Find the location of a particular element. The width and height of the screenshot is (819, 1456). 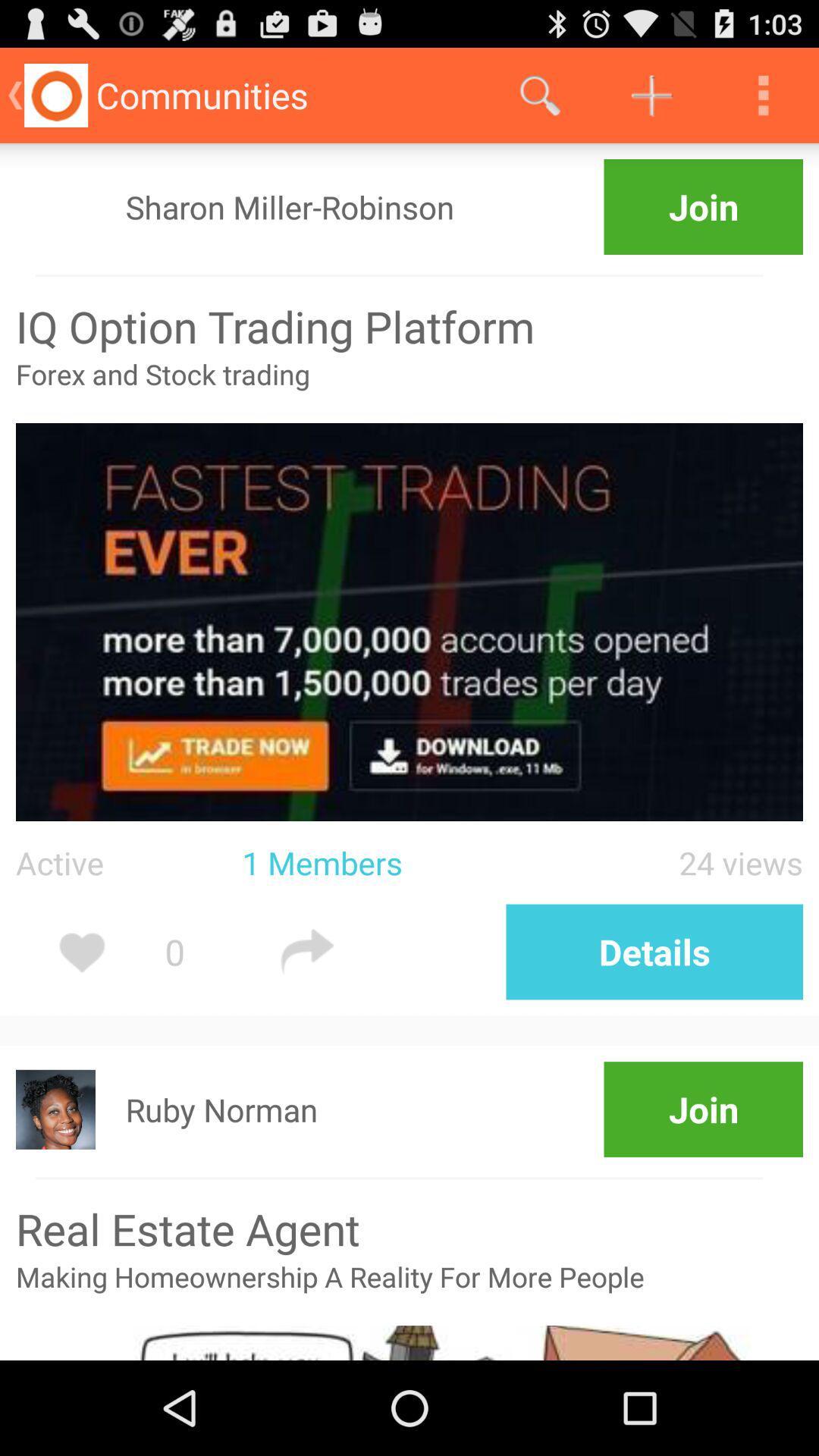

app to the left of the 1 members icon is located at coordinates (128, 862).